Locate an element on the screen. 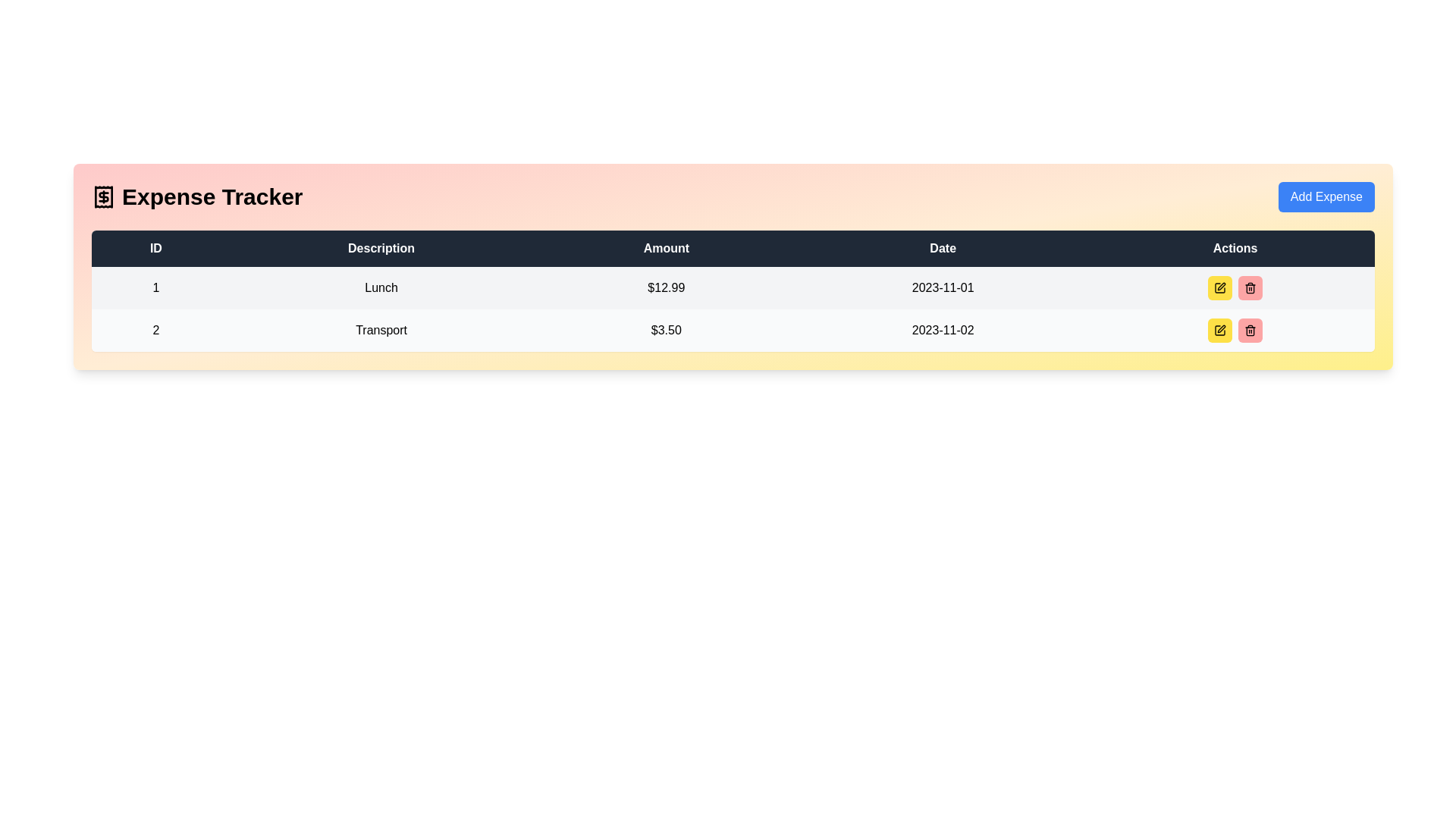  the static text element that identifies the item 'Lunch' in the first row of the table under the 'ID' column is located at coordinates (155, 288).